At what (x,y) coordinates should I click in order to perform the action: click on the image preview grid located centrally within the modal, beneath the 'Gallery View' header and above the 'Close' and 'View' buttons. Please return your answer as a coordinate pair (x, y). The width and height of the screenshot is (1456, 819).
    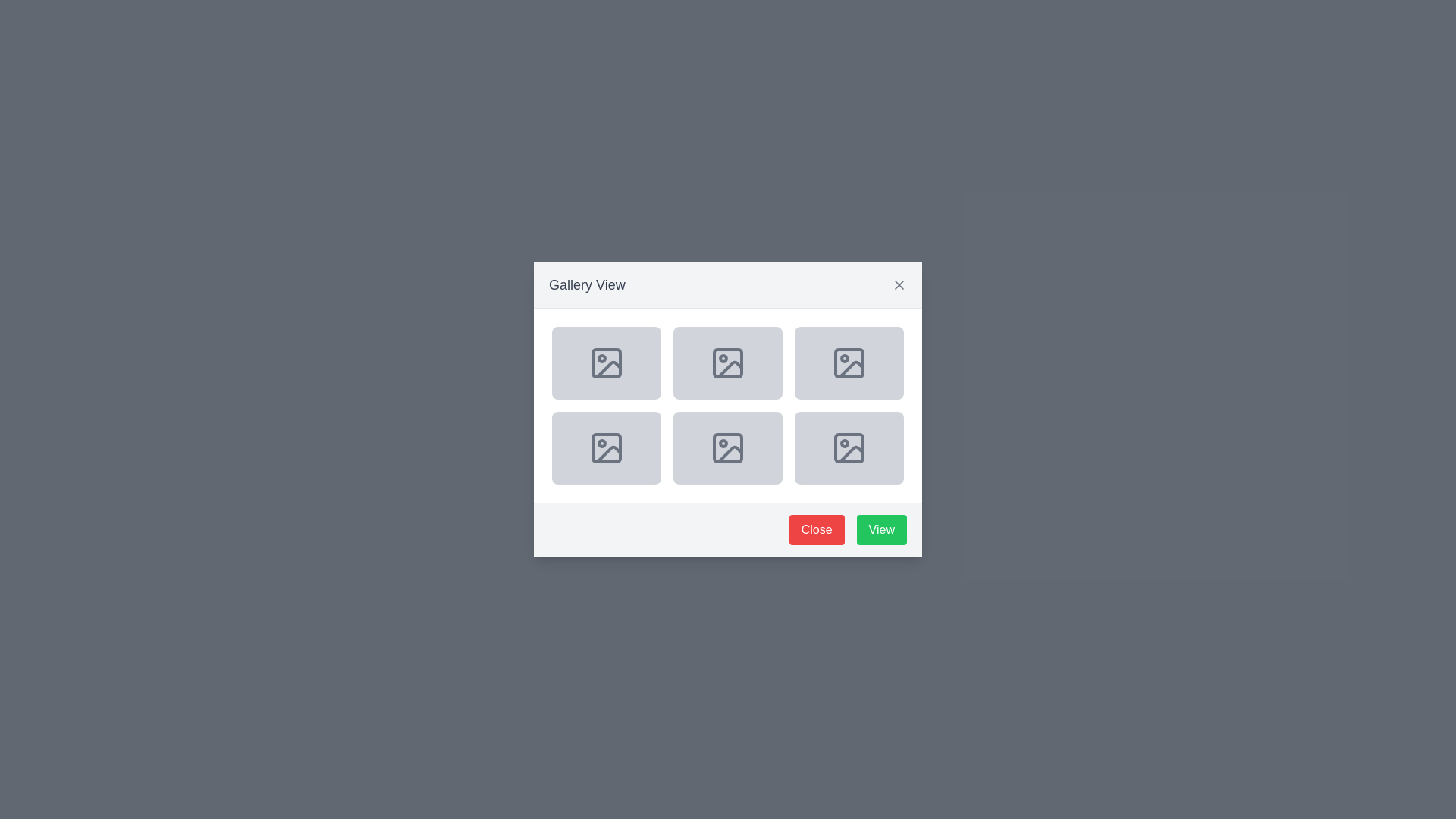
    Looking at the image, I should click on (728, 403).